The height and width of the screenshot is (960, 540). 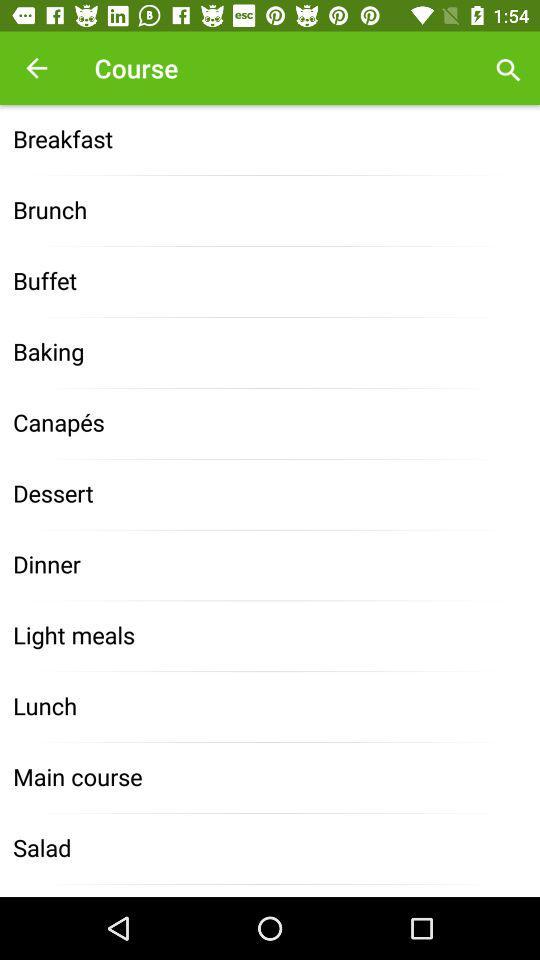 What do you see at coordinates (270, 889) in the screenshot?
I see `sandwich icon` at bounding box center [270, 889].